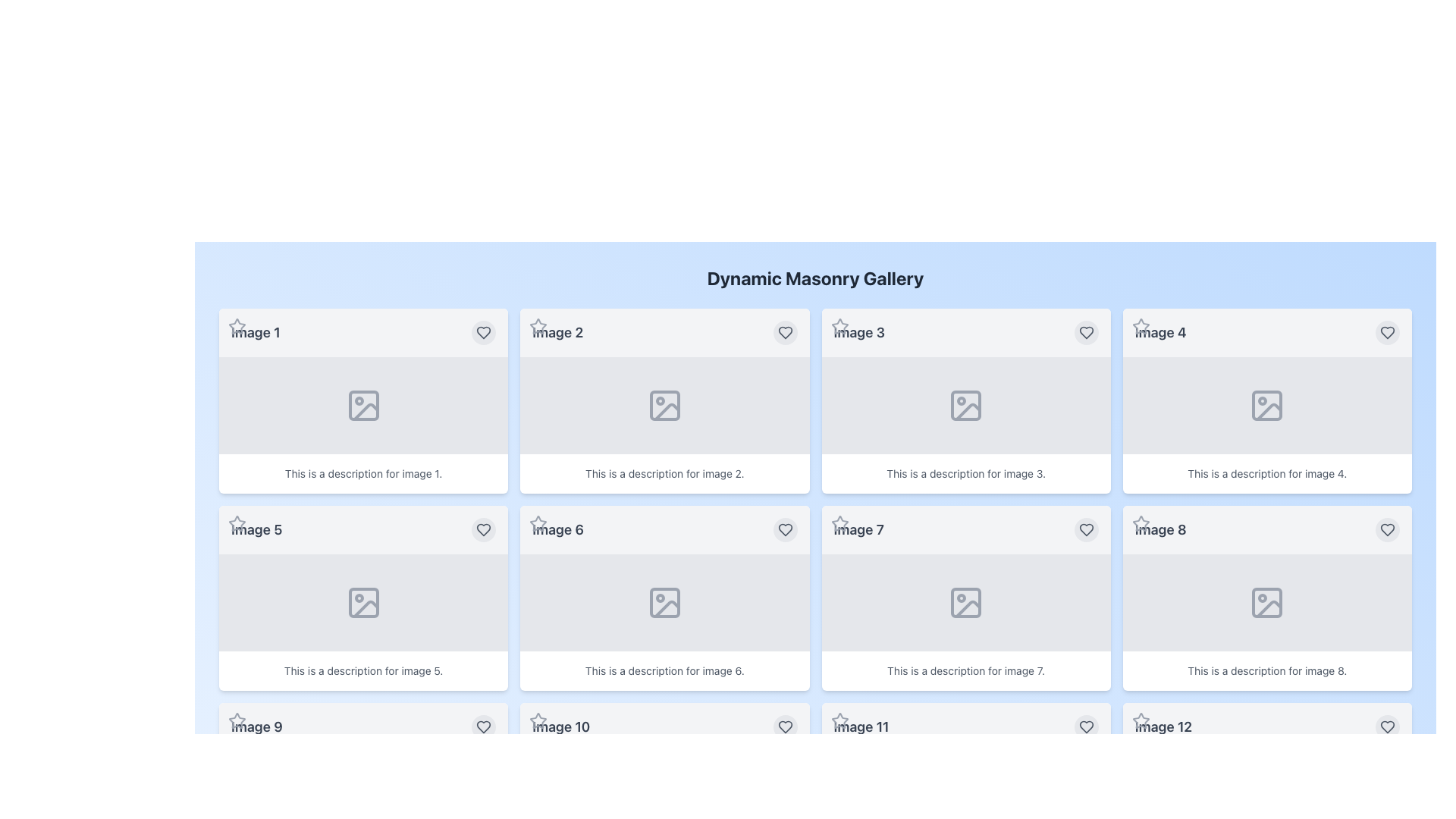 The image size is (1456, 819). I want to click on the circular favorite button with a heart-shaped icon located in the top right corner of the card labeled 'Image 7', so click(1085, 529).